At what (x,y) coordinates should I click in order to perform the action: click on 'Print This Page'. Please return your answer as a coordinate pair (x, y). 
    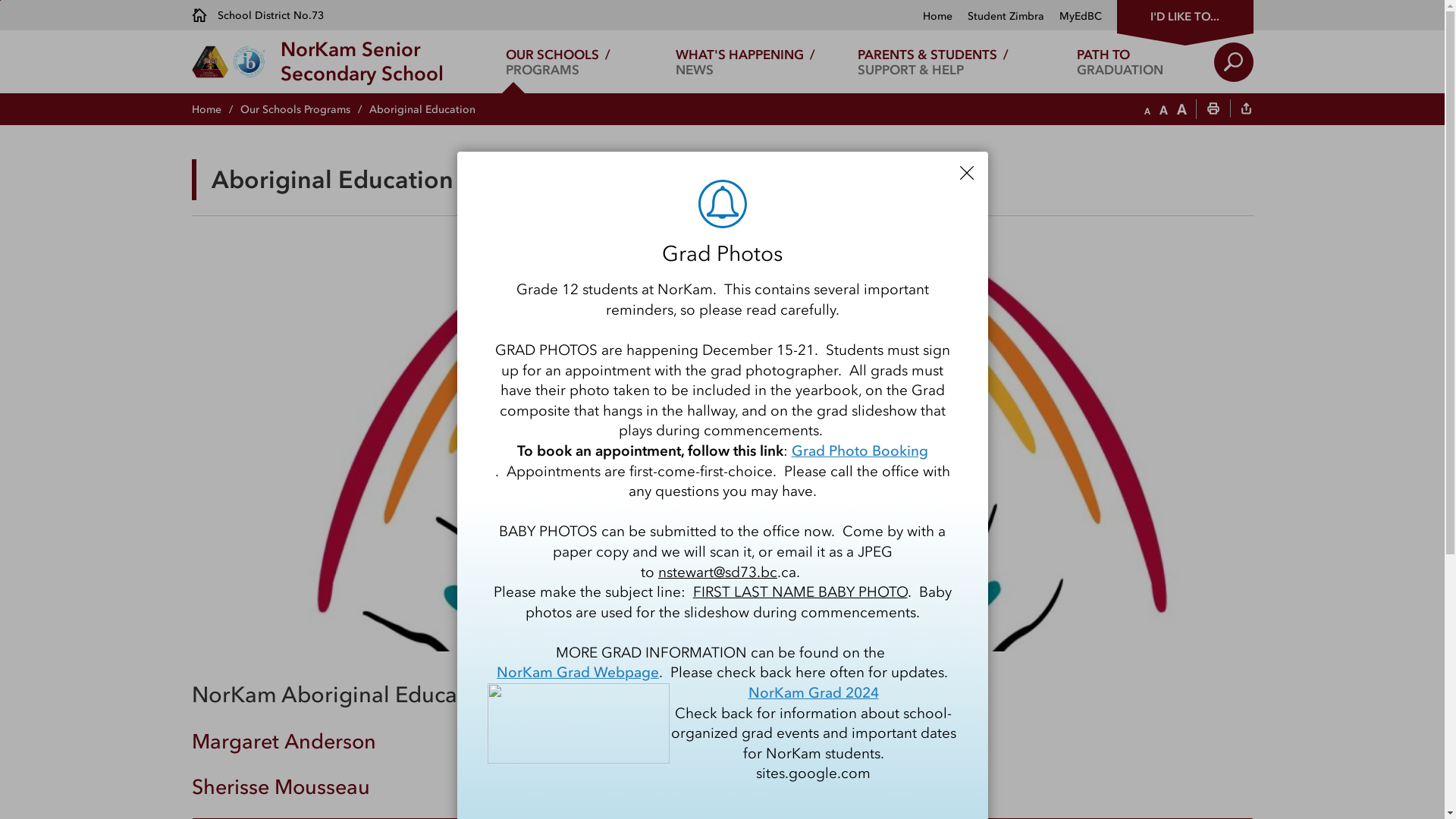
    Looking at the image, I should click on (1212, 109).